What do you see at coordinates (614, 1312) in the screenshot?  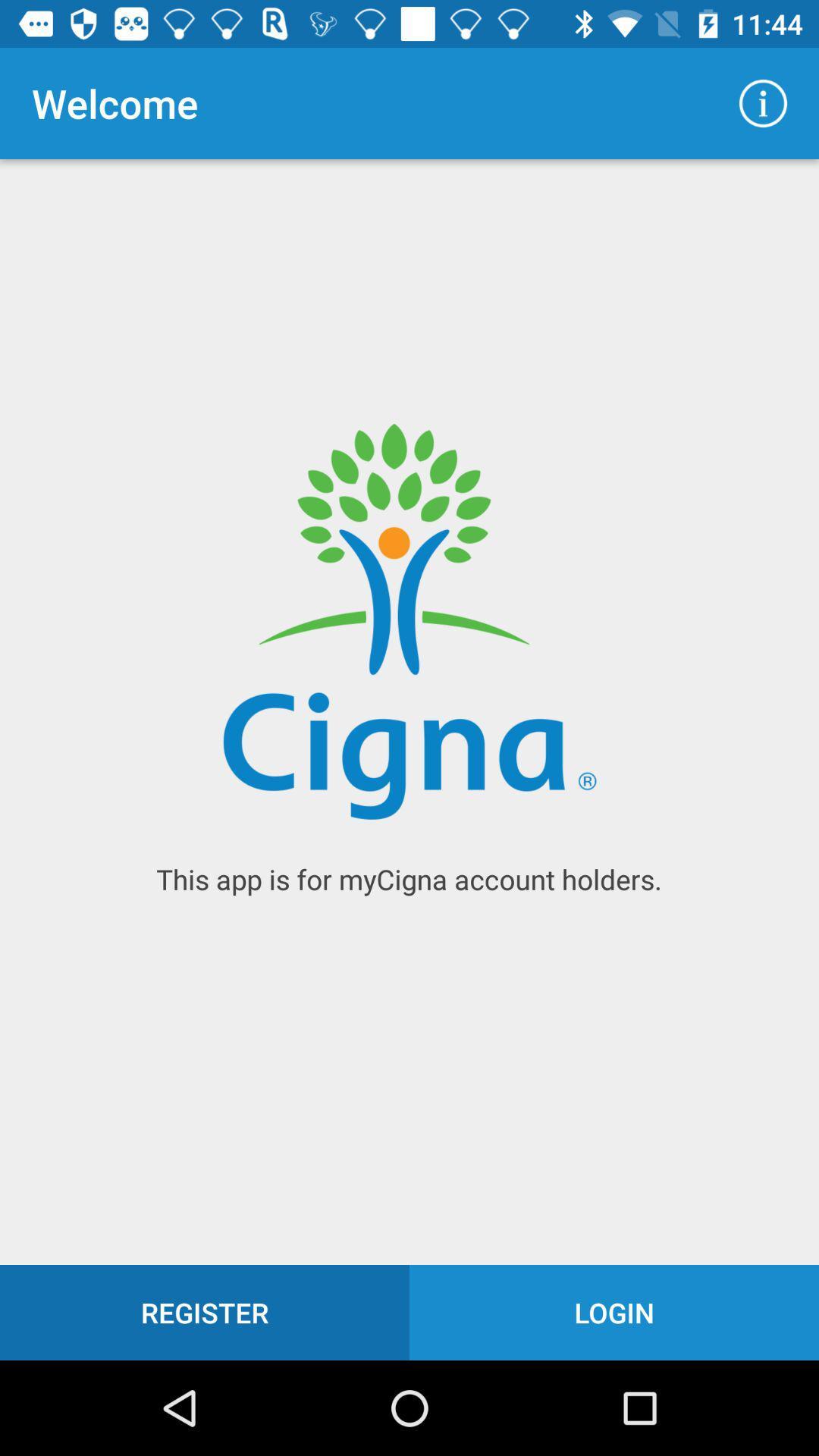 I see `the icon at the bottom right corner` at bounding box center [614, 1312].